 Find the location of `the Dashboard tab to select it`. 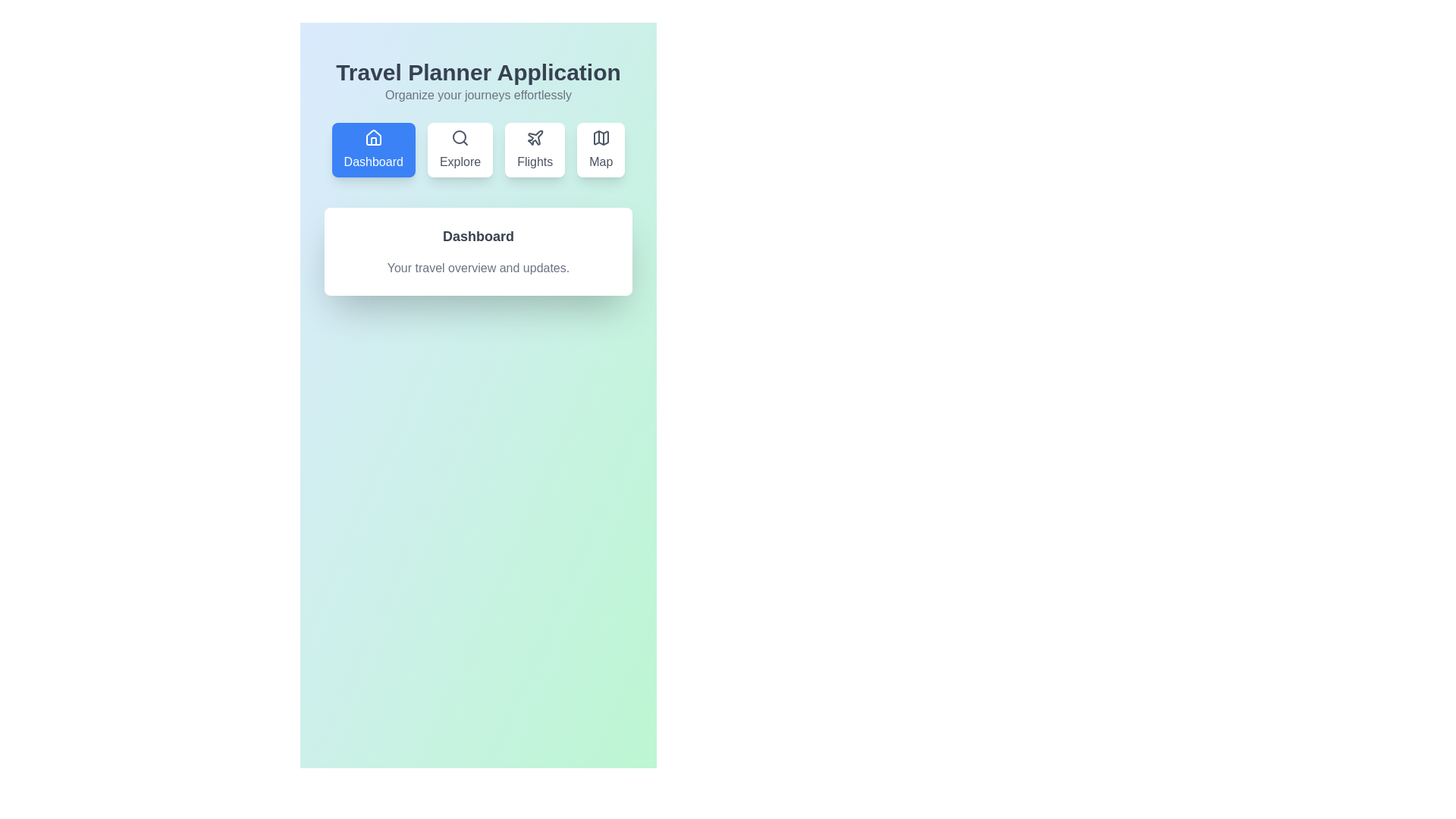

the Dashboard tab to select it is located at coordinates (373, 149).